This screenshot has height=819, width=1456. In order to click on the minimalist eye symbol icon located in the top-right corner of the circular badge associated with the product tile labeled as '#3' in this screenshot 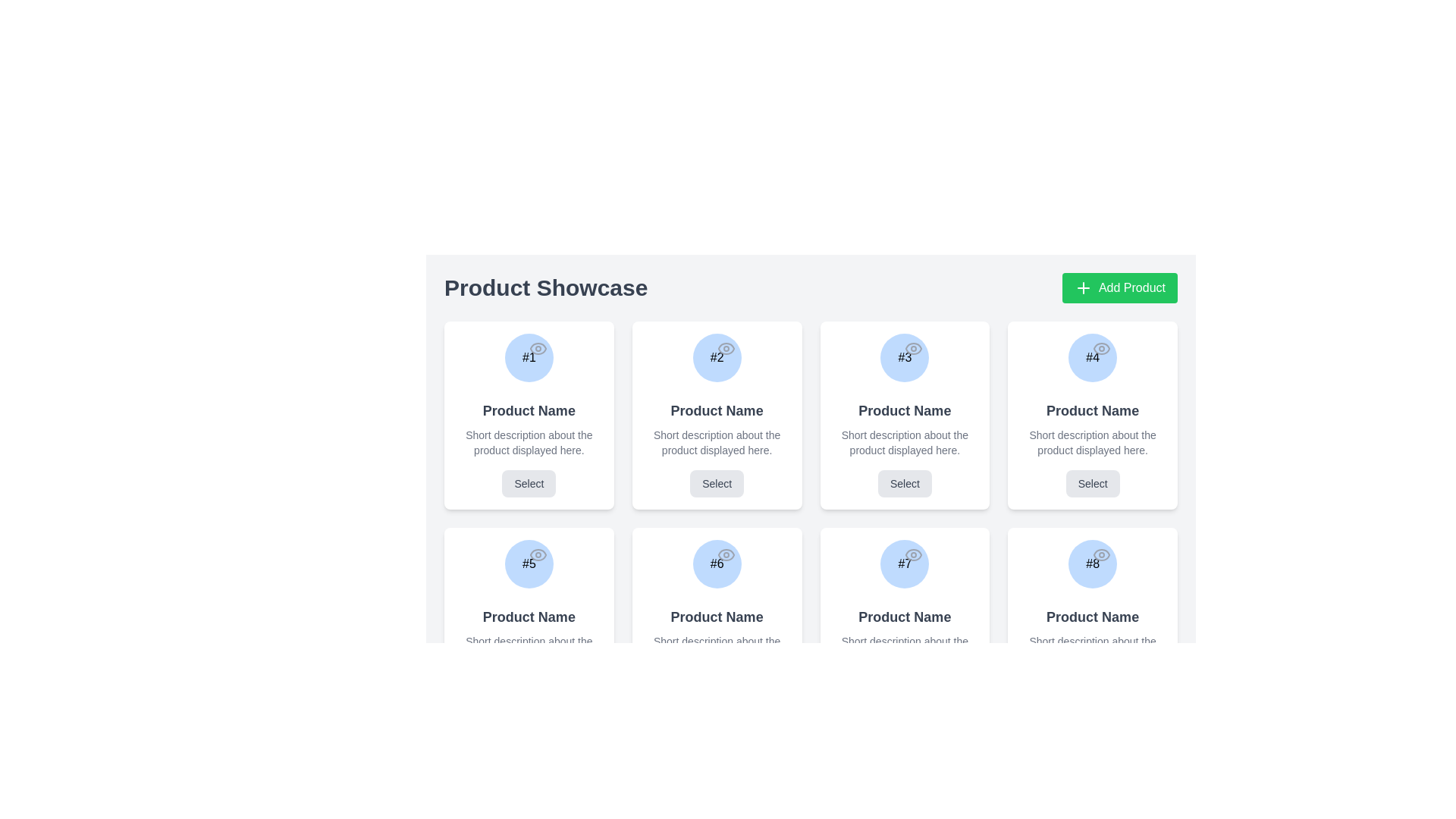, I will do `click(913, 348)`.